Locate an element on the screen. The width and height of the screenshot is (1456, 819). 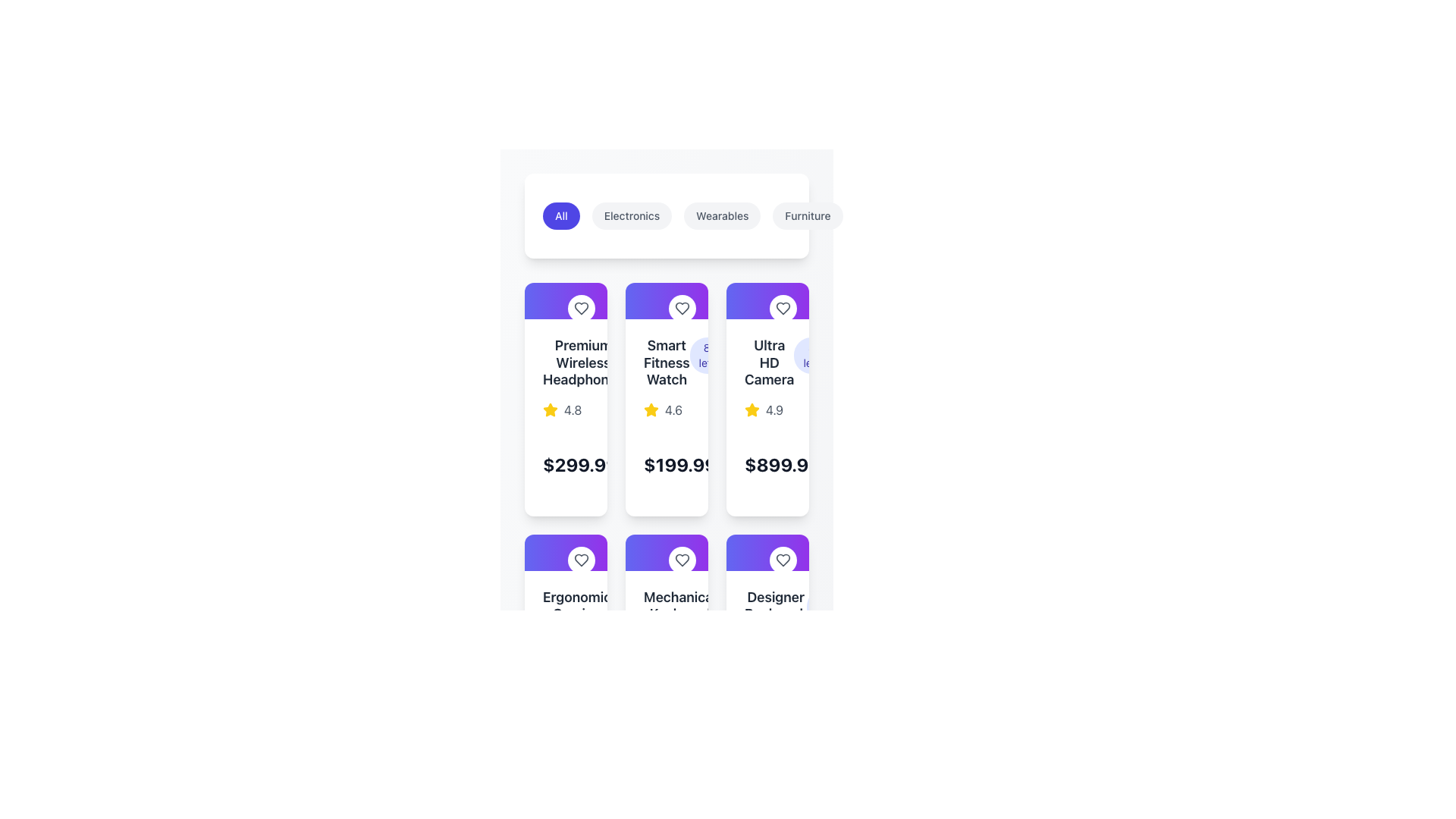
the 'Add to Cart' button on the Product Listing Card for 'Ergonomic Gaming Chair', which is located in the bottom left section of the grid layout is located at coordinates (565, 650).